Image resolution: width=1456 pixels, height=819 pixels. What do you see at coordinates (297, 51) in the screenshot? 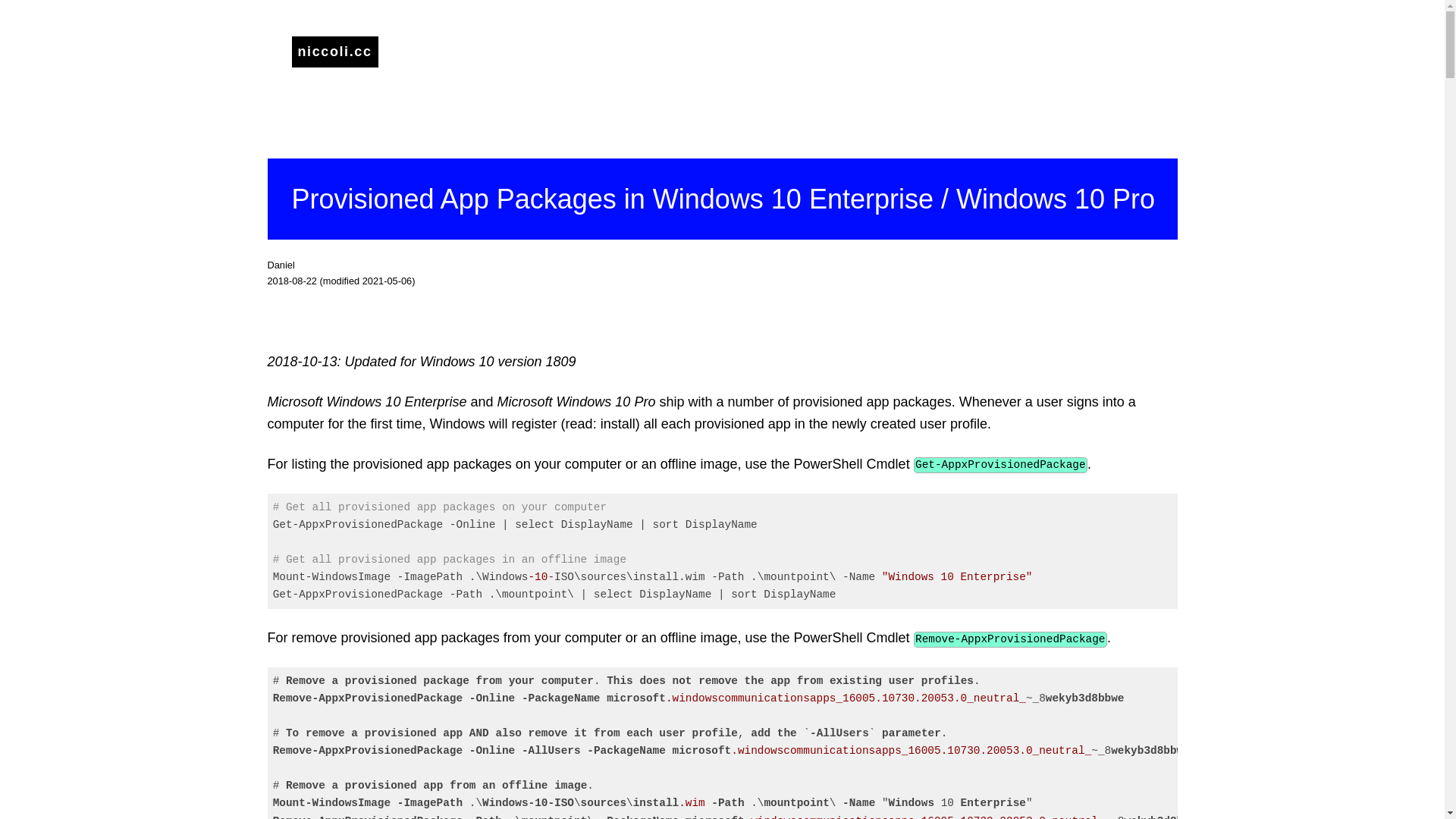
I see `'niccoli.cc'` at bounding box center [297, 51].